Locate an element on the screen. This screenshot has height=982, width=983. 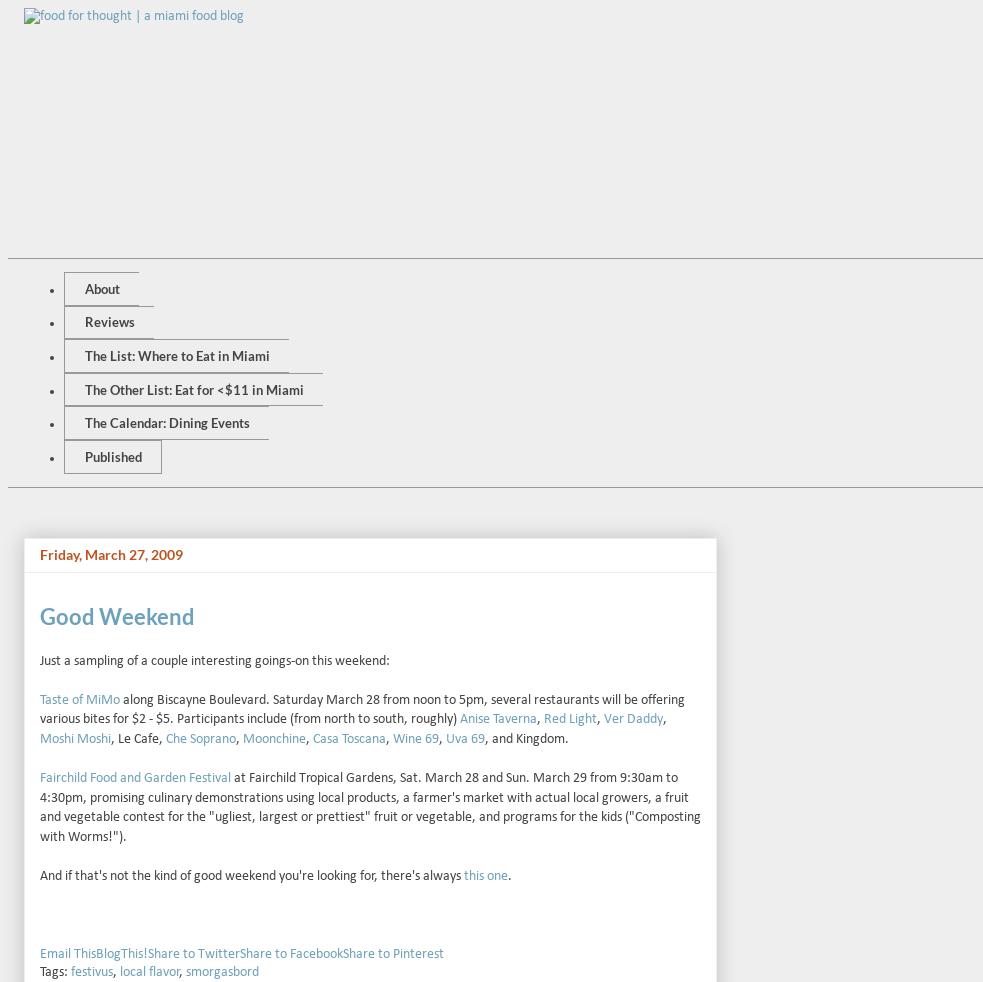
'Moshi Moshi' is located at coordinates (74, 738).